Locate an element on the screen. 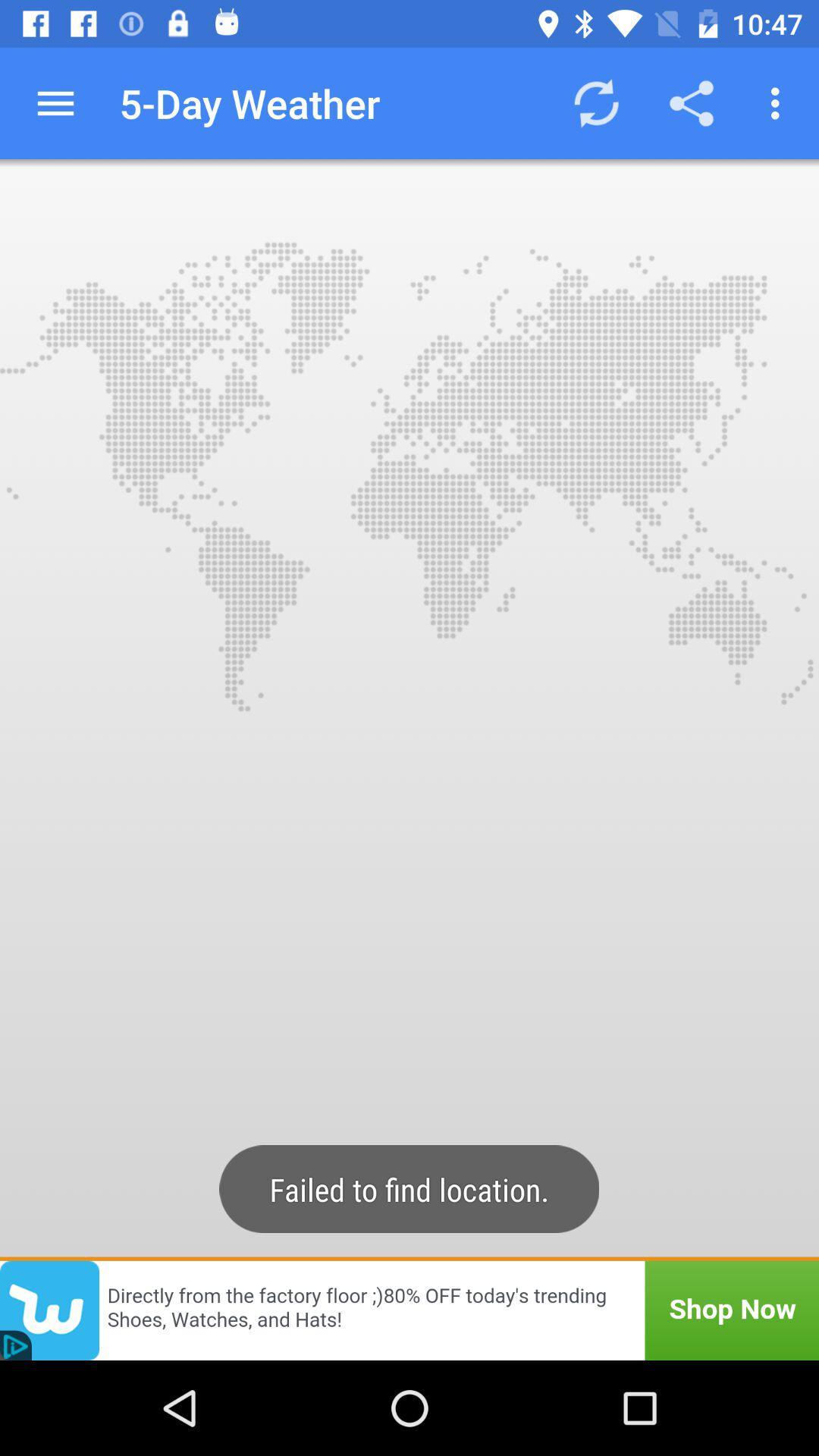 The height and width of the screenshot is (1456, 819). app to the left of 5-day weather item is located at coordinates (55, 102).